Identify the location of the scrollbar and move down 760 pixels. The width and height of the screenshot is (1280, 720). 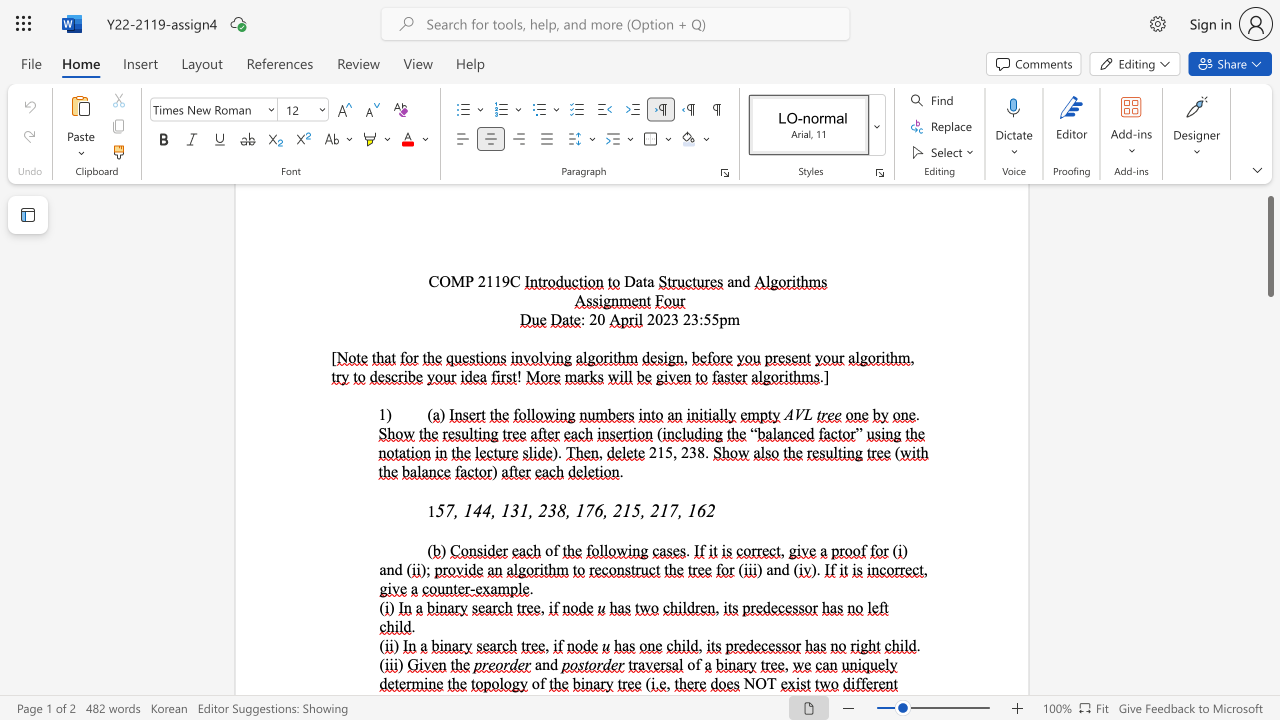
(1269, 245).